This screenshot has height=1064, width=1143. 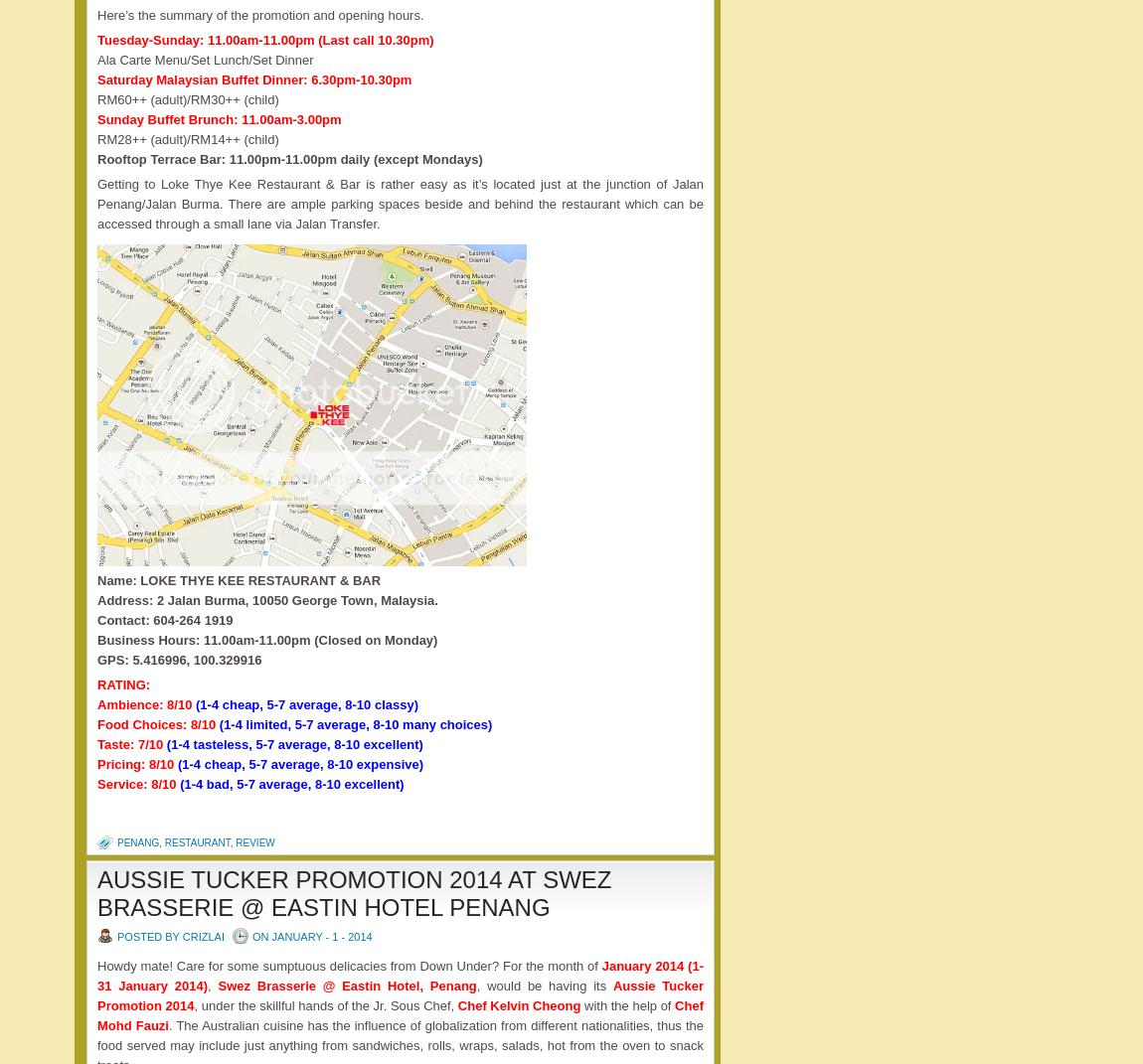 What do you see at coordinates (115, 936) in the screenshot?
I see `'Posted by crizlai'` at bounding box center [115, 936].